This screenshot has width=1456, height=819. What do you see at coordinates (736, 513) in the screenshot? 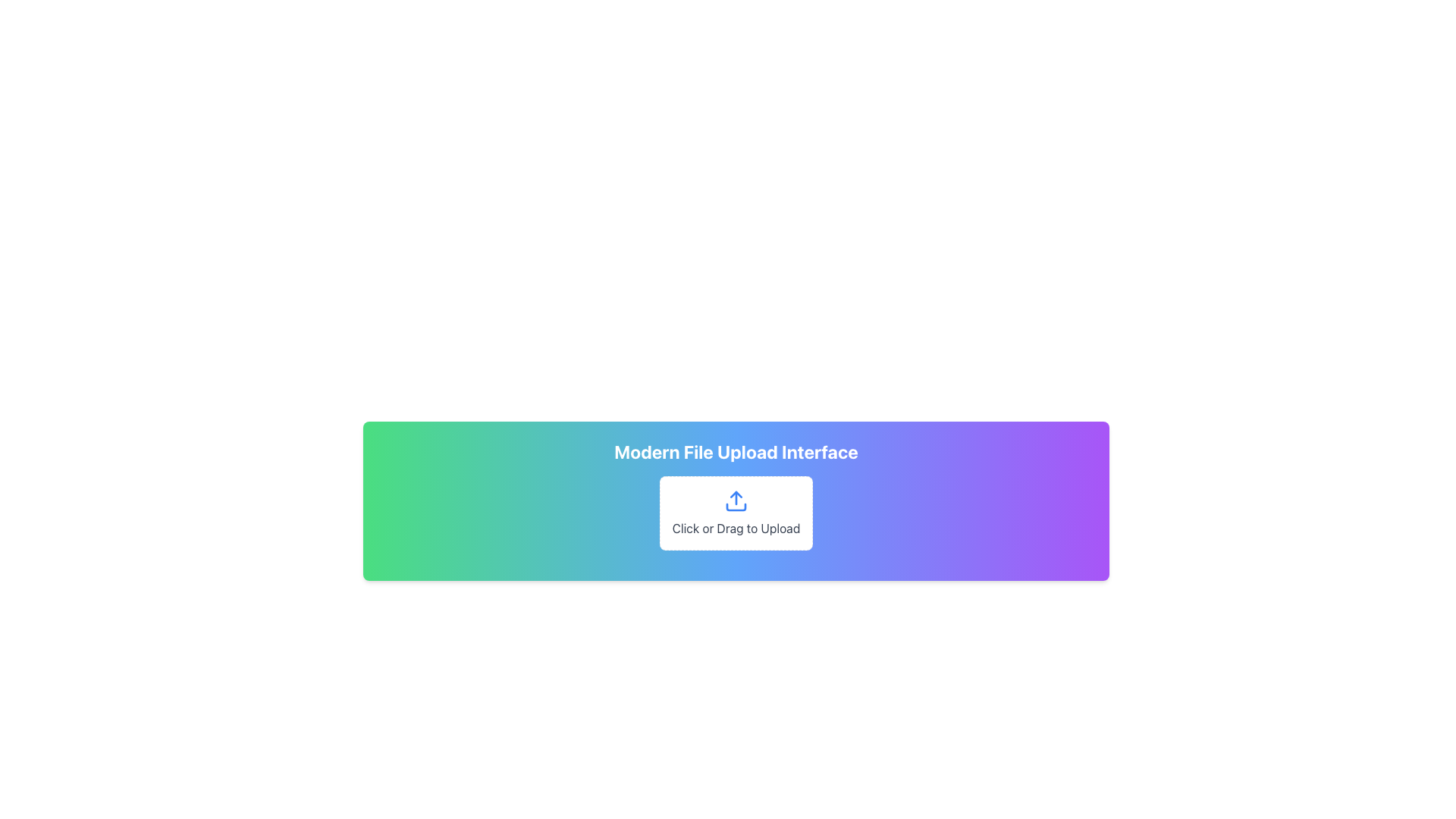
I see `the Interactive file upload box, which is a white rectangular area with rounded corners and a dashed border, featuring a blue upward arrow icon and the text 'Click or Drag to Upload' in gray` at bounding box center [736, 513].